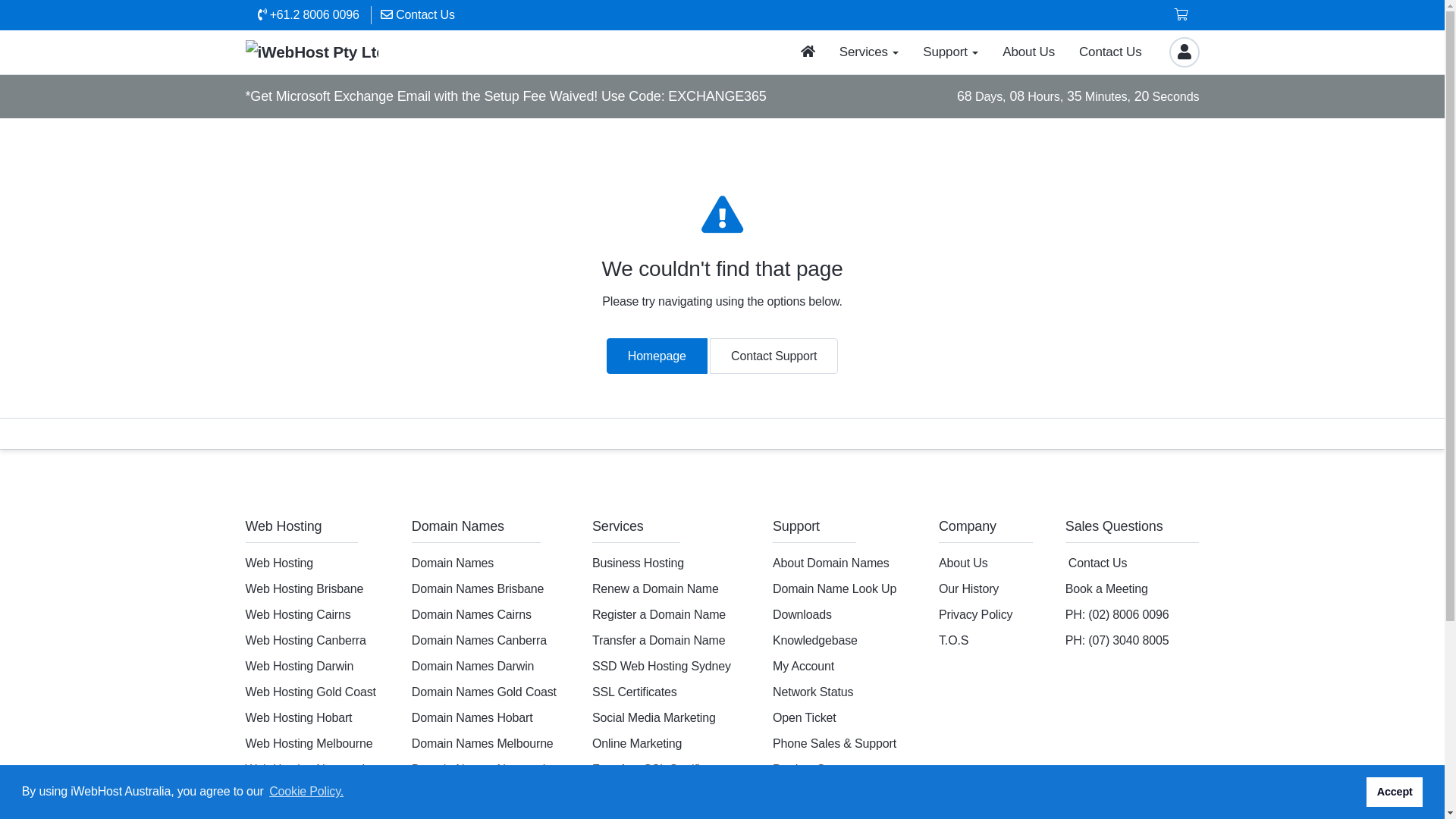  Describe the element at coordinates (655, 588) in the screenshot. I see `'Renew a Domain Name'` at that location.